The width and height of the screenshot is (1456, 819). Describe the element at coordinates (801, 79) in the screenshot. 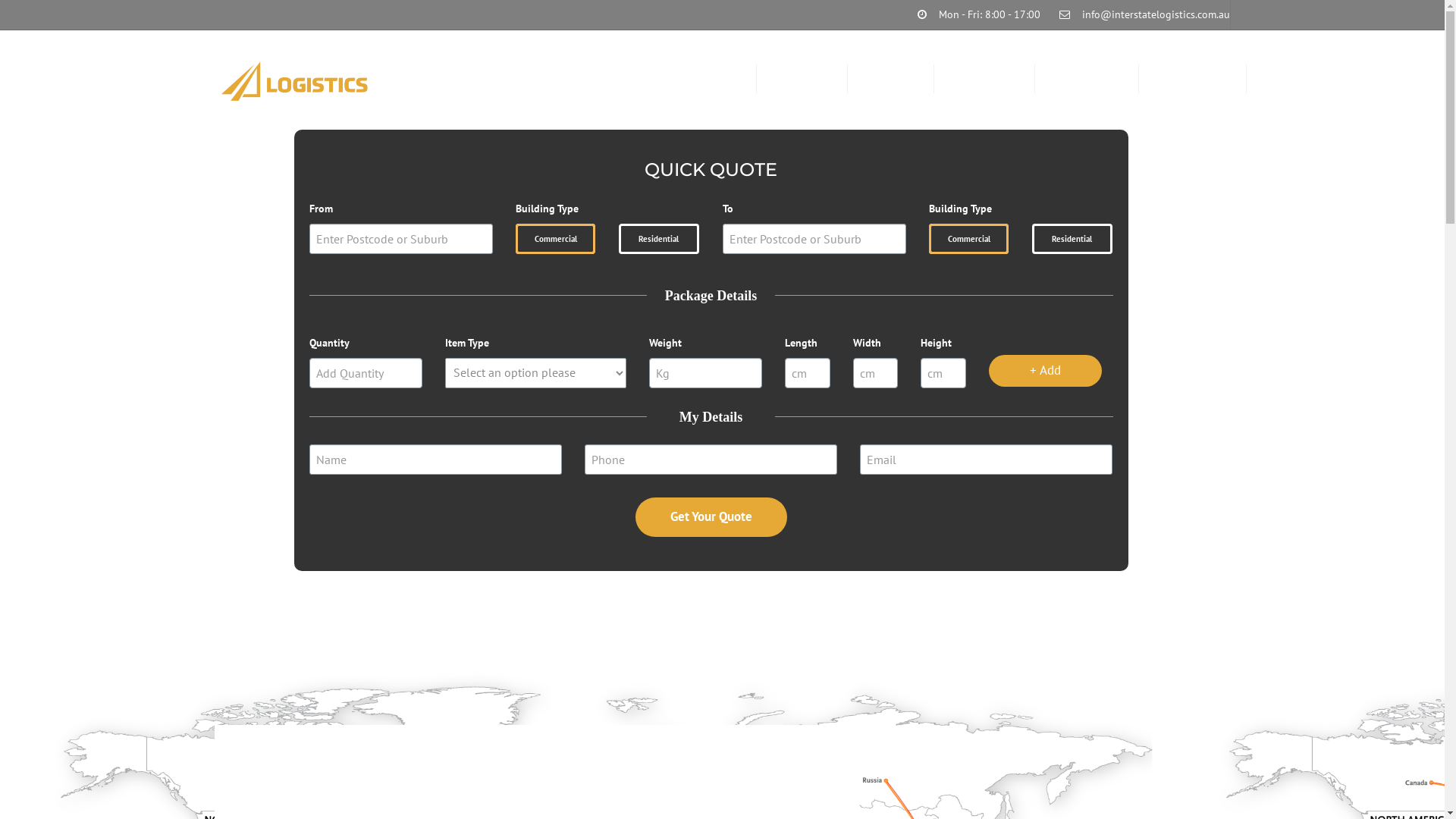

I see `'ABOUT US'` at that location.